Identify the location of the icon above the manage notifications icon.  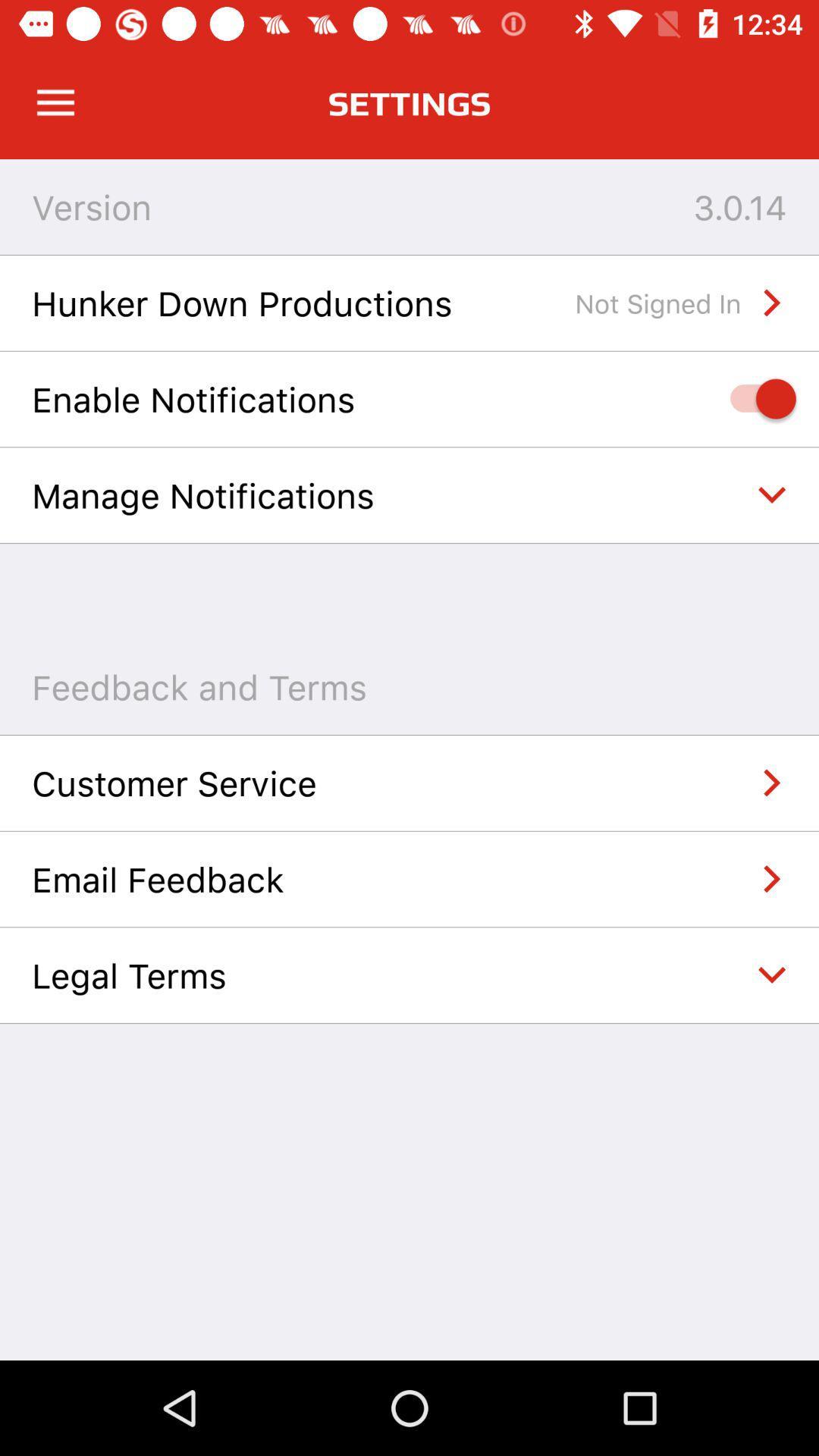
(755, 399).